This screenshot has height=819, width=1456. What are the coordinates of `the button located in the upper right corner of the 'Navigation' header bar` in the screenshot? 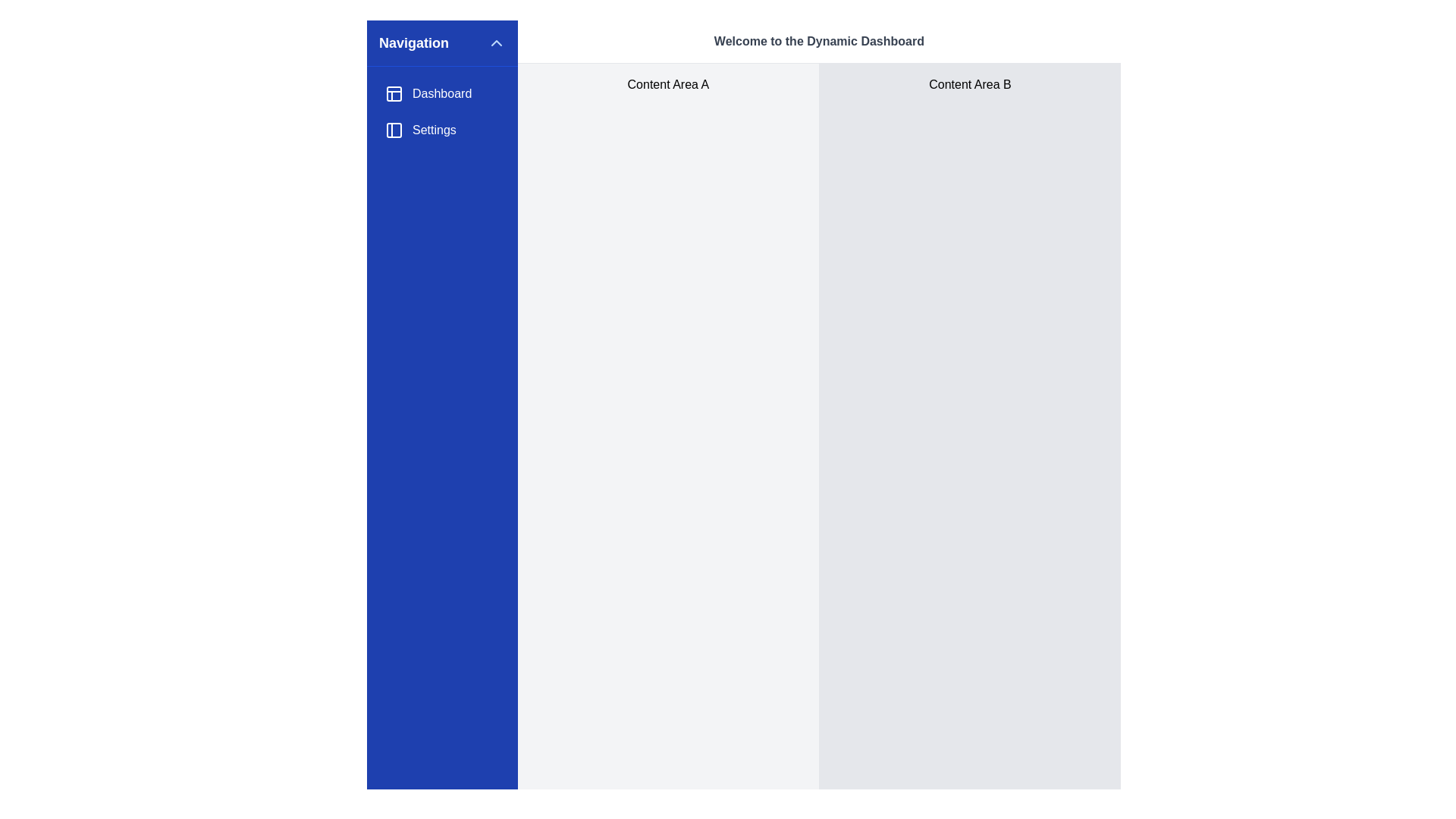 It's located at (496, 42).